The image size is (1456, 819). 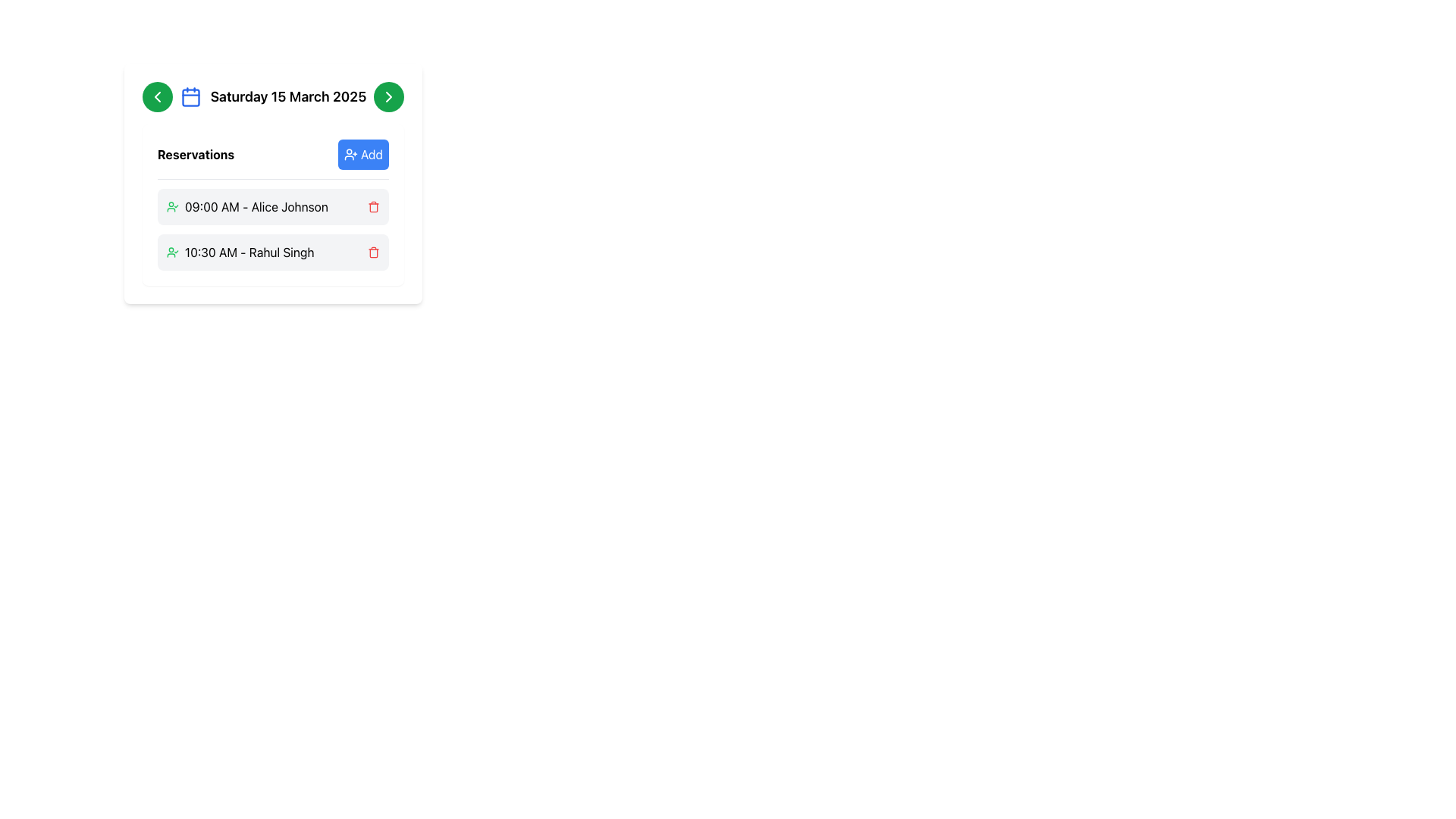 What do you see at coordinates (247, 207) in the screenshot?
I see `text label representing the first reservation in the list, located under the 'Reservations' heading and above another similar entry` at bounding box center [247, 207].